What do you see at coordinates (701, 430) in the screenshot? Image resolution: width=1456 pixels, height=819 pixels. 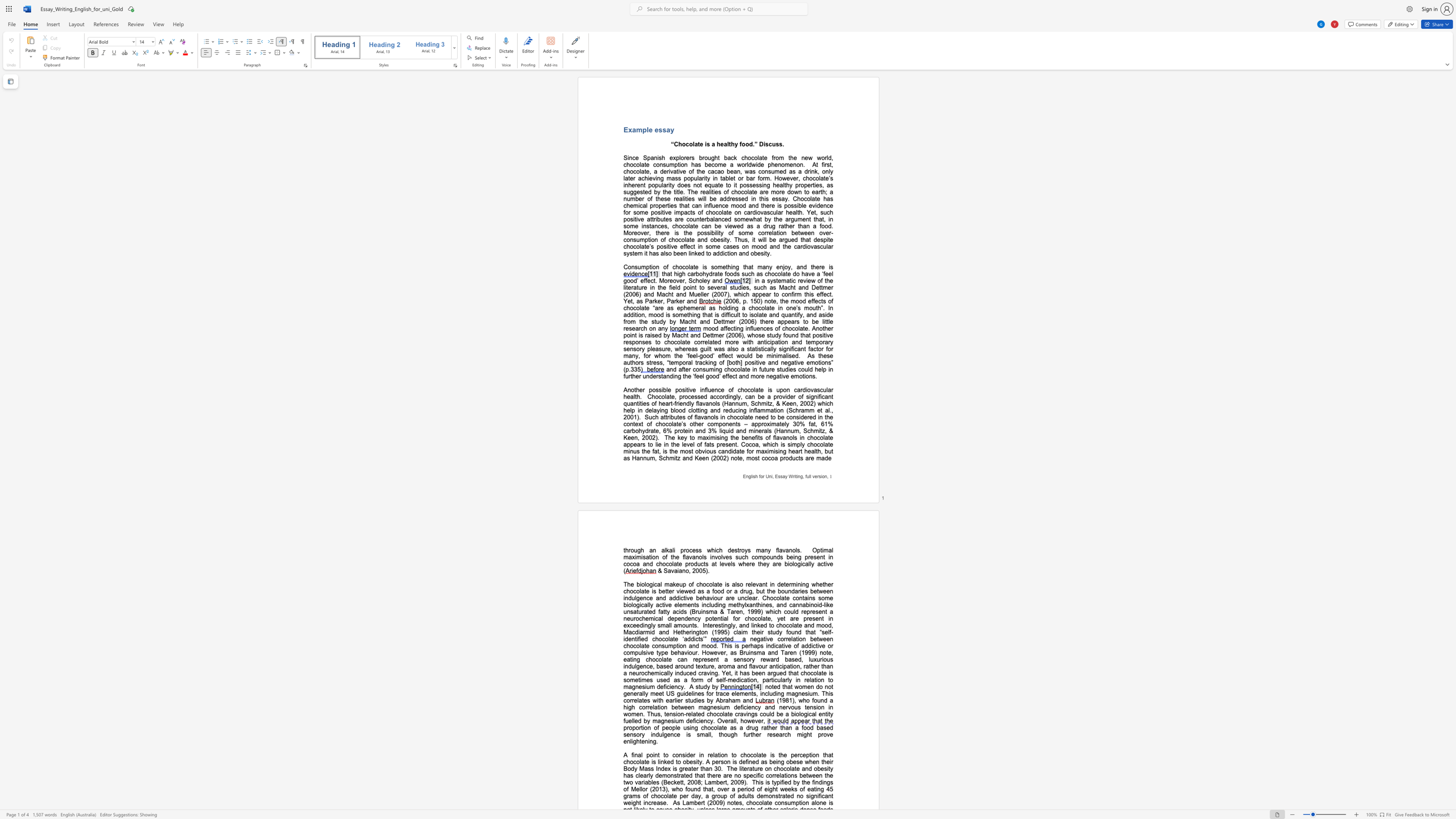 I see `the subset text "d 3% liquid an" within the text "Such attributes of flavanols in chocolate need to be considered in the context of chocolate’s other components – approximately 30% fat, 61% carbohydrate, 6% protein and 3% liquid and minerals (Hannum, Schmitz, & Keen, 2002)"` at bounding box center [701, 430].